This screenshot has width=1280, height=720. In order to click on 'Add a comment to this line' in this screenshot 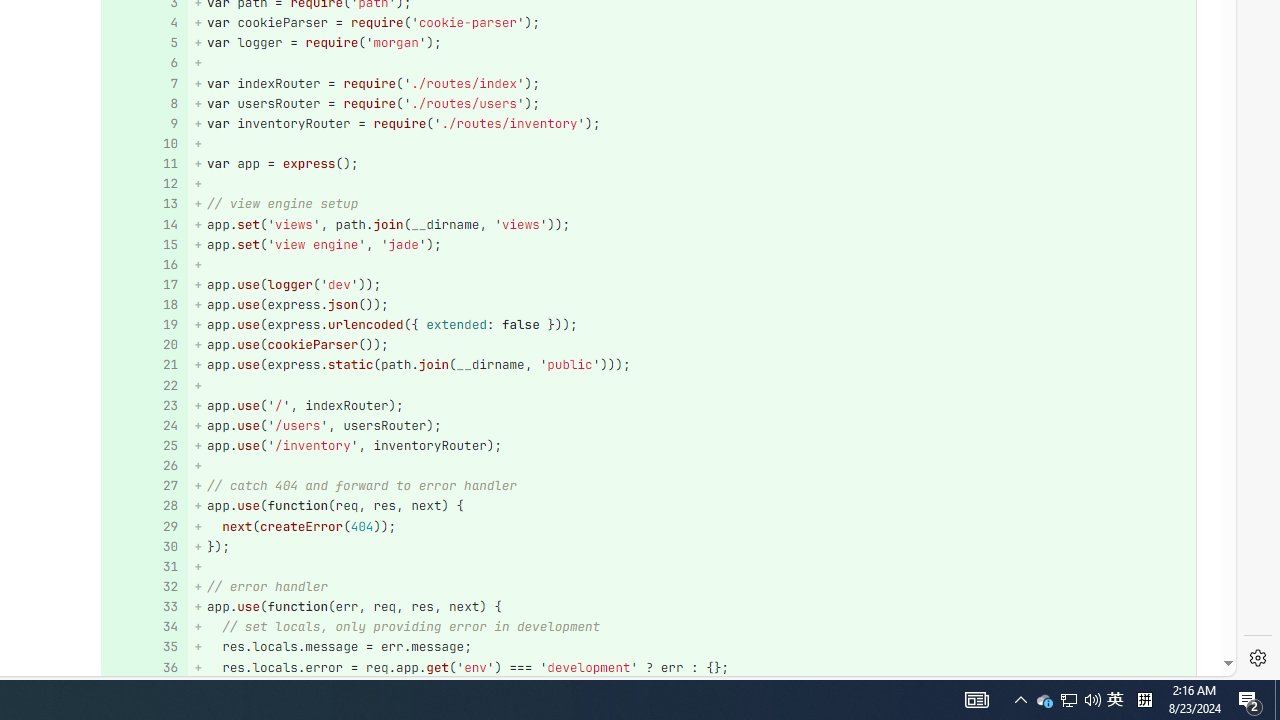, I will do `click(137, 667)`.